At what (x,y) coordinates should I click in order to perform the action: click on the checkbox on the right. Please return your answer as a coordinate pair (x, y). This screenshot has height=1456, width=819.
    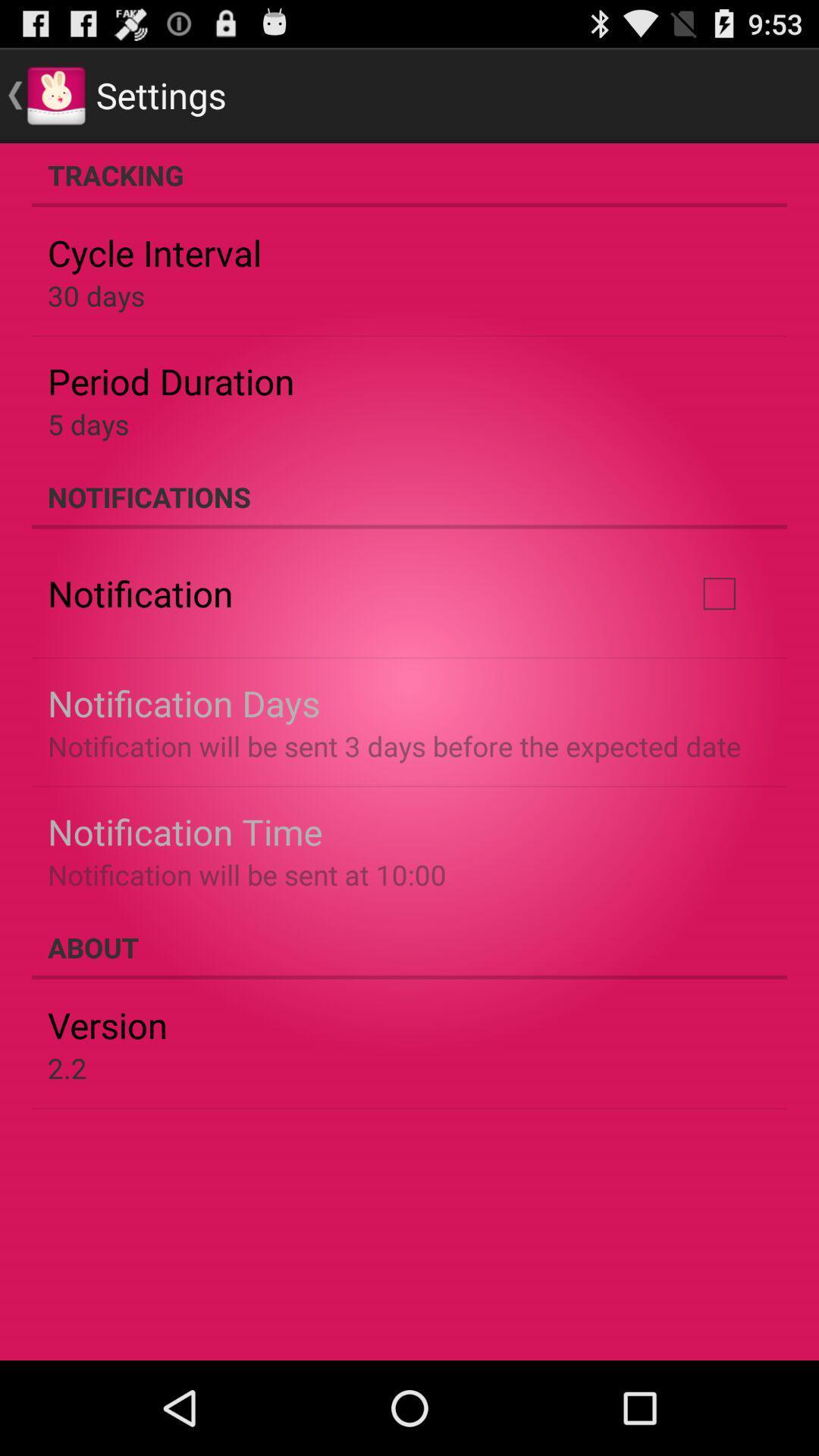
    Looking at the image, I should click on (718, 592).